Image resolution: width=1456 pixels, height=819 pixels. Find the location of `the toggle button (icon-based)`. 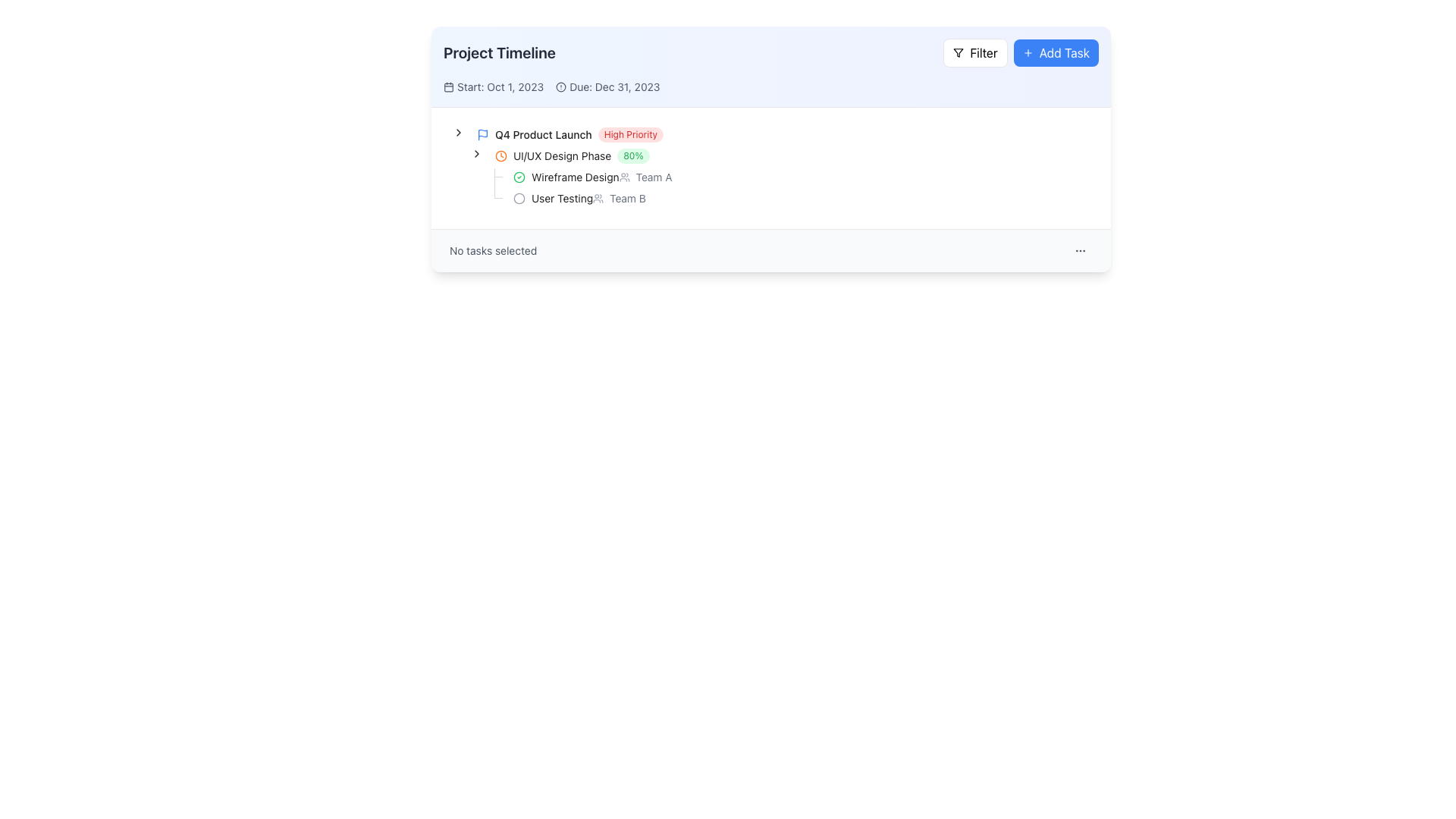

the toggle button (icon-based) is located at coordinates (475, 154).